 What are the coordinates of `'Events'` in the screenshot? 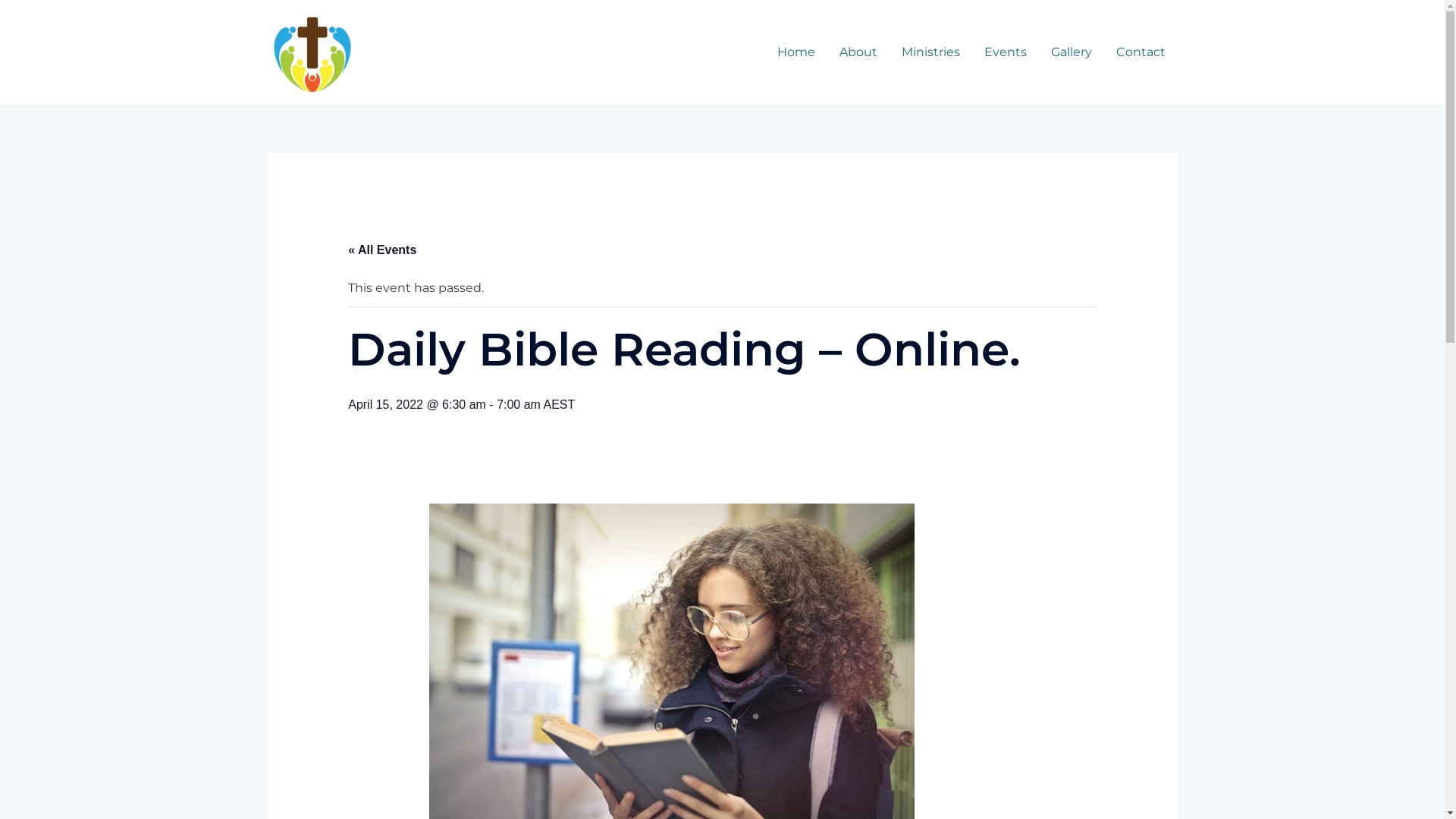 It's located at (1005, 52).